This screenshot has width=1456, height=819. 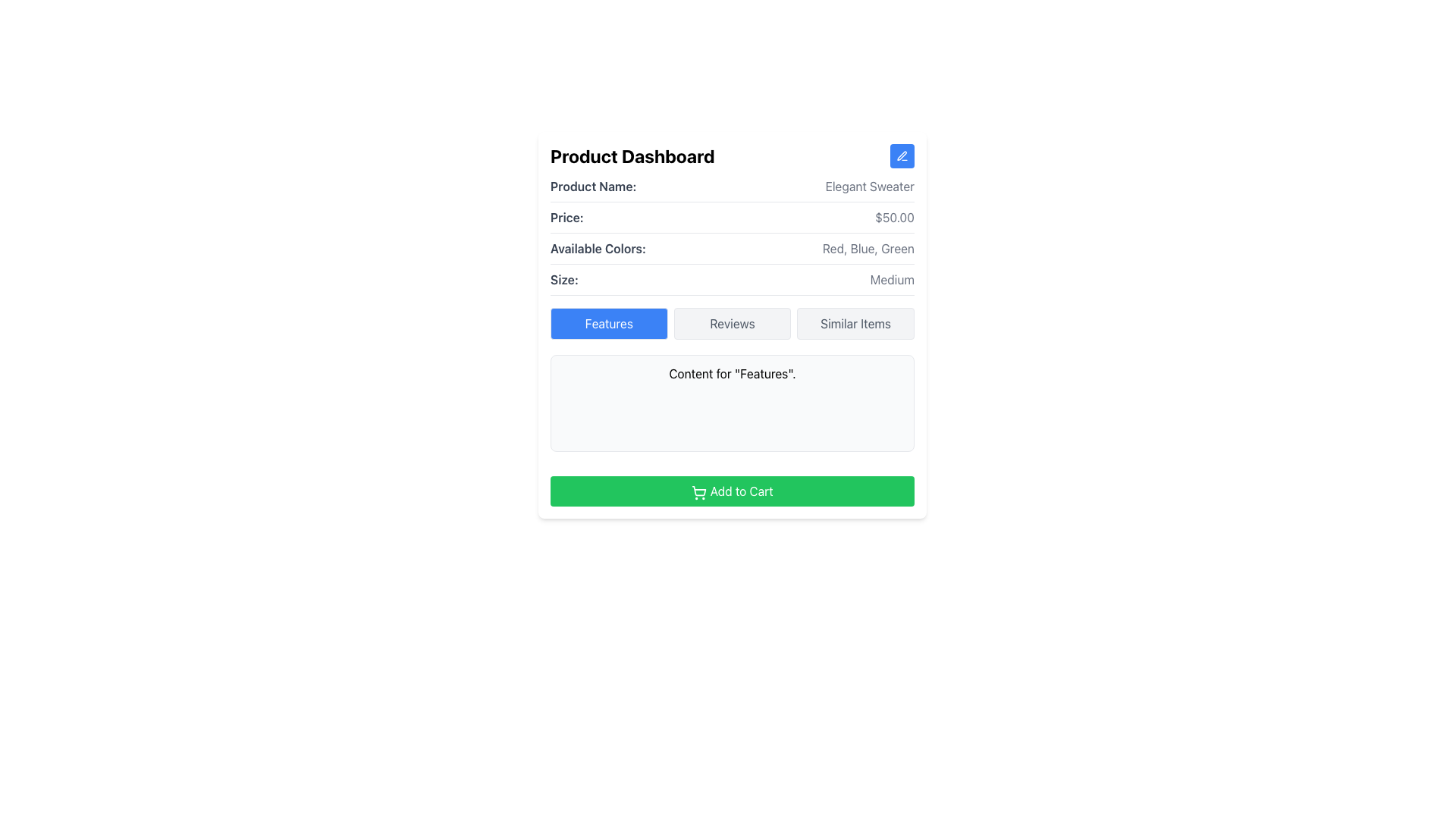 I want to click on the Text label displaying the selected size of a product, which is located to the right of the 'Size:' label in the product information card, so click(x=892, y=280).